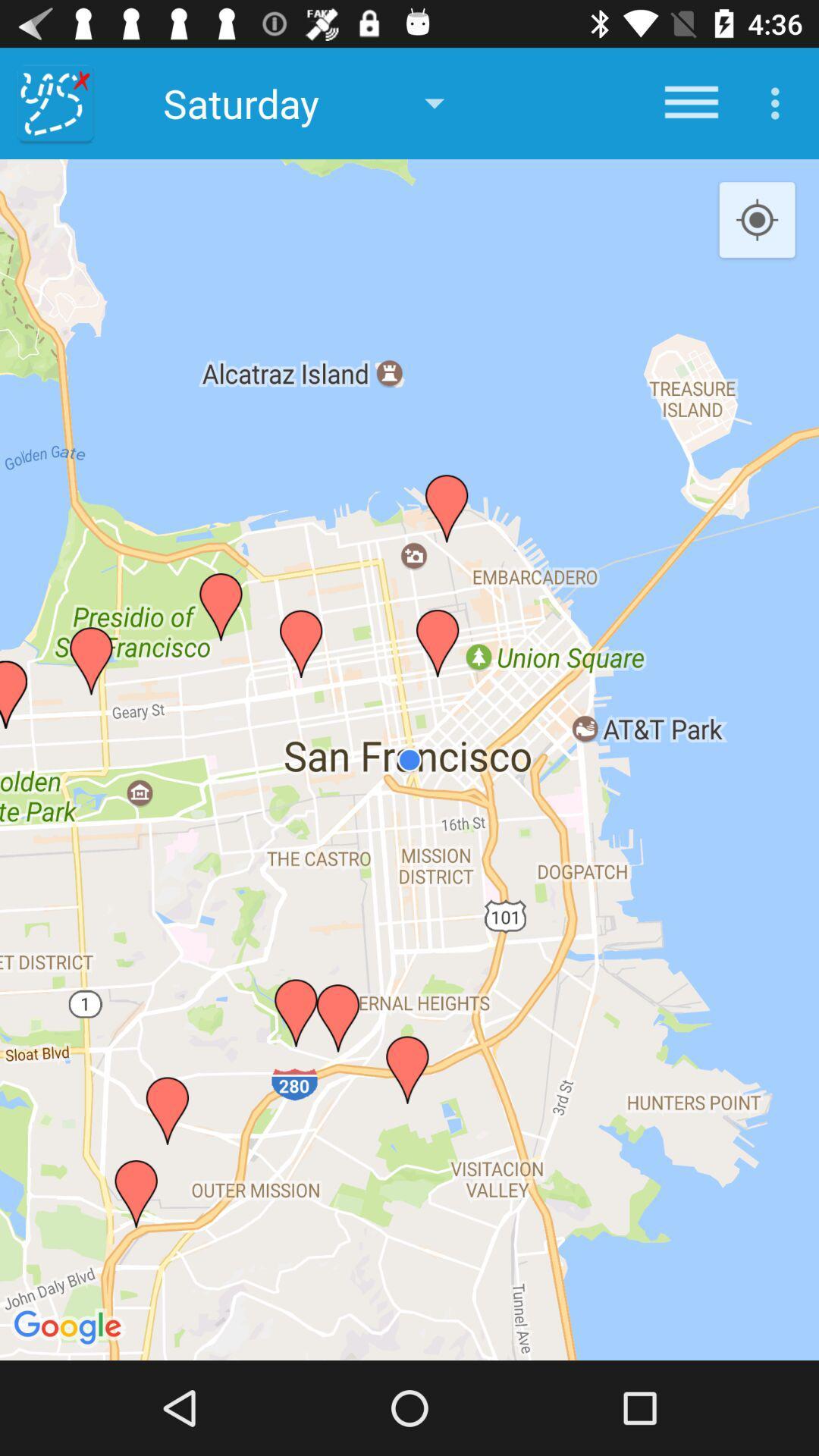 Image resolution: width=819 pixels, height=1456 pixels. I want to click on the item to the left of saturday icon, so click(55, 102).